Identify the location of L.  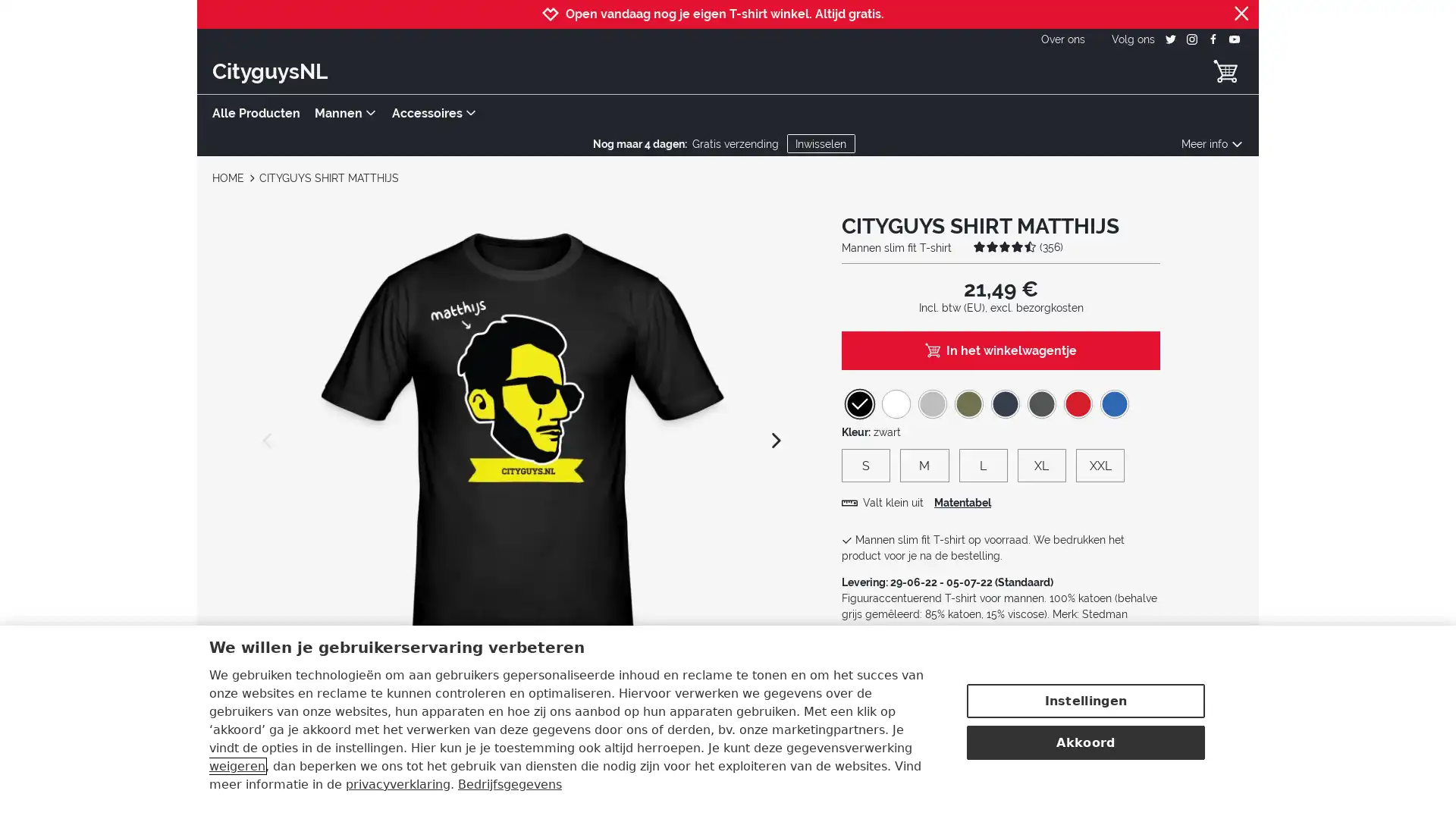
(983, 464).